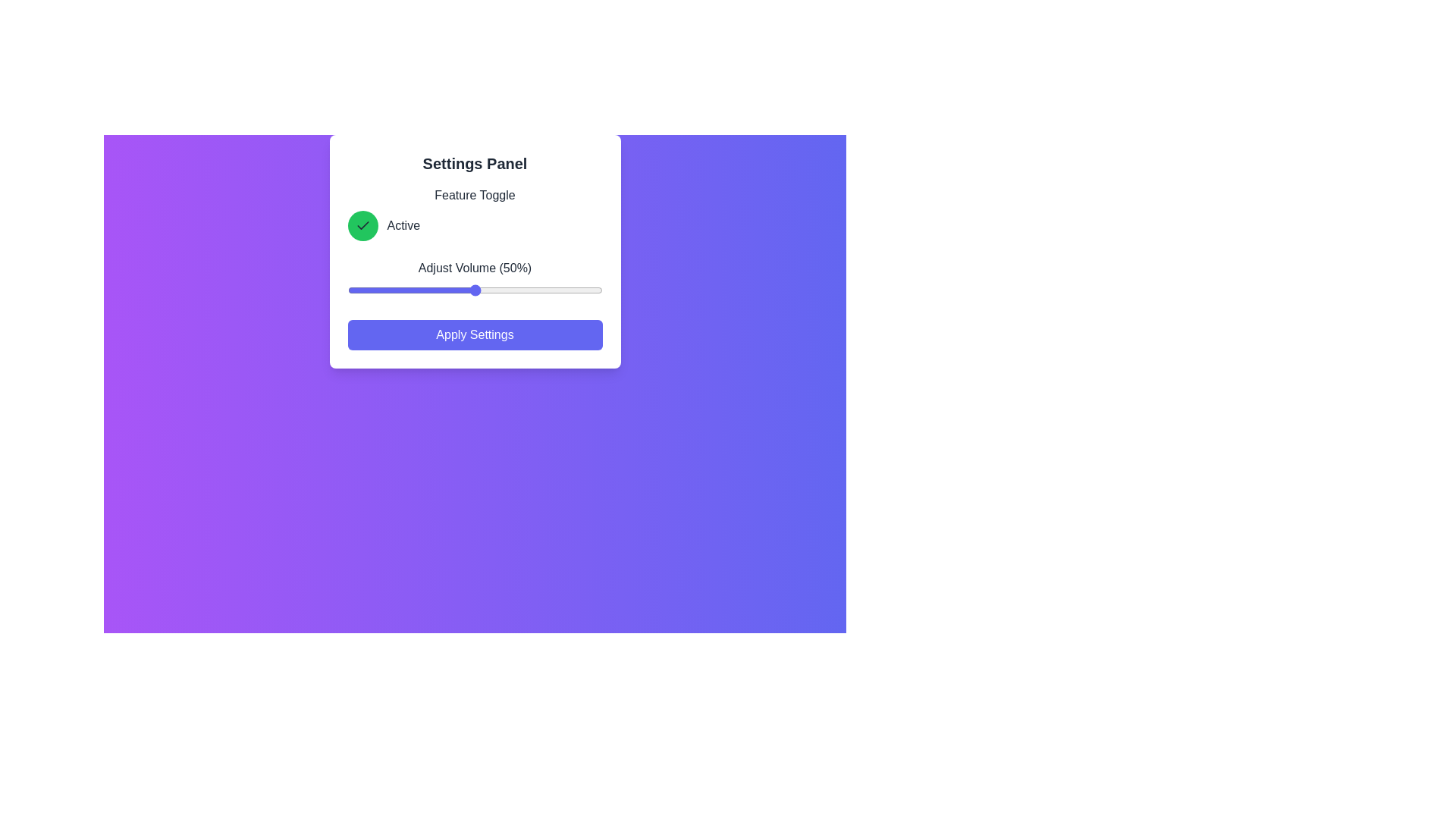  Describe the element at coordinates (474, 268) in the screenshot. I see `the static text element displaying 'Adjust Volume (50%)' located beneath the header 'Active'` at that location.